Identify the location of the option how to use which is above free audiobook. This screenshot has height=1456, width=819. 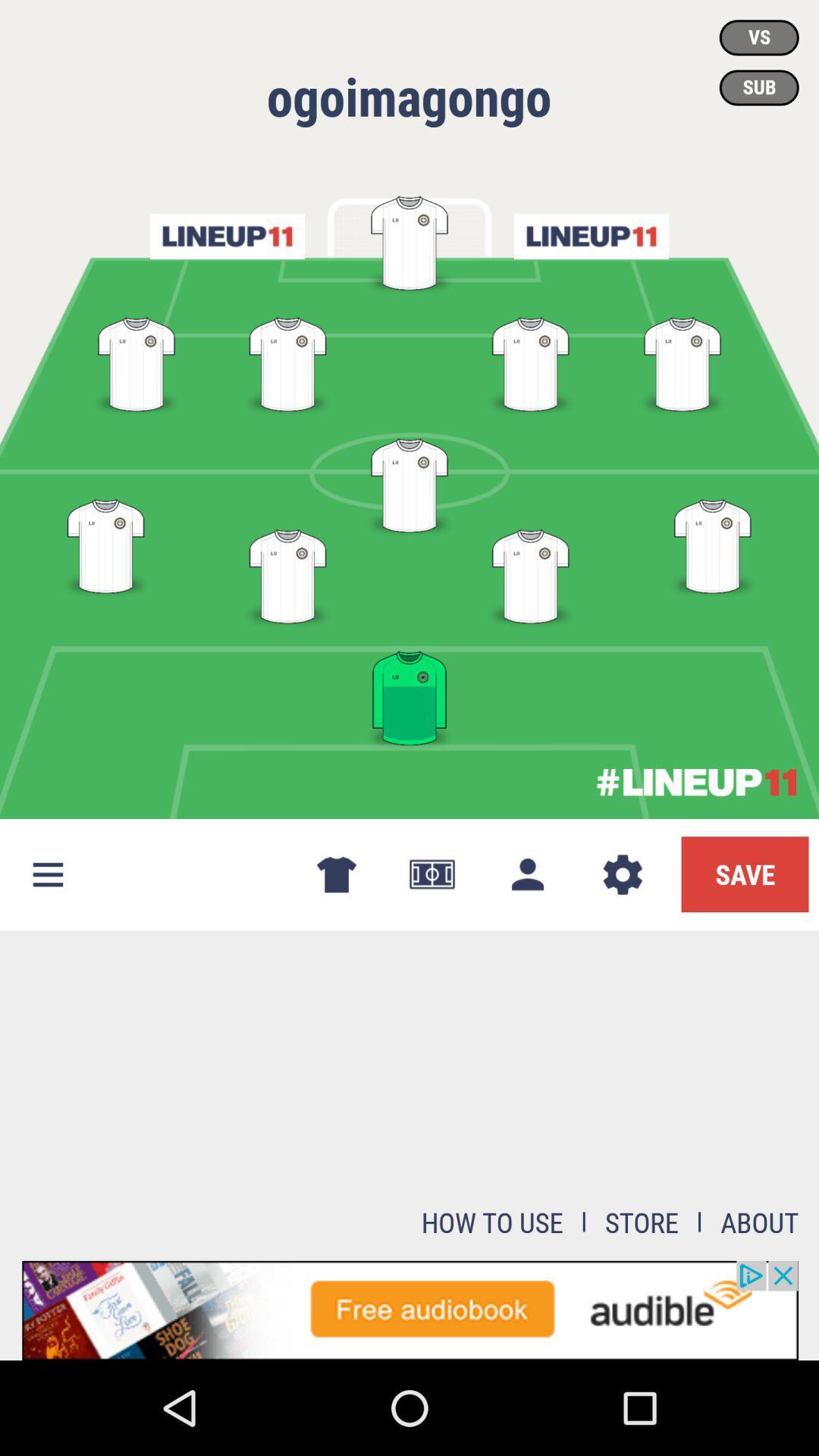
(492, 1222).